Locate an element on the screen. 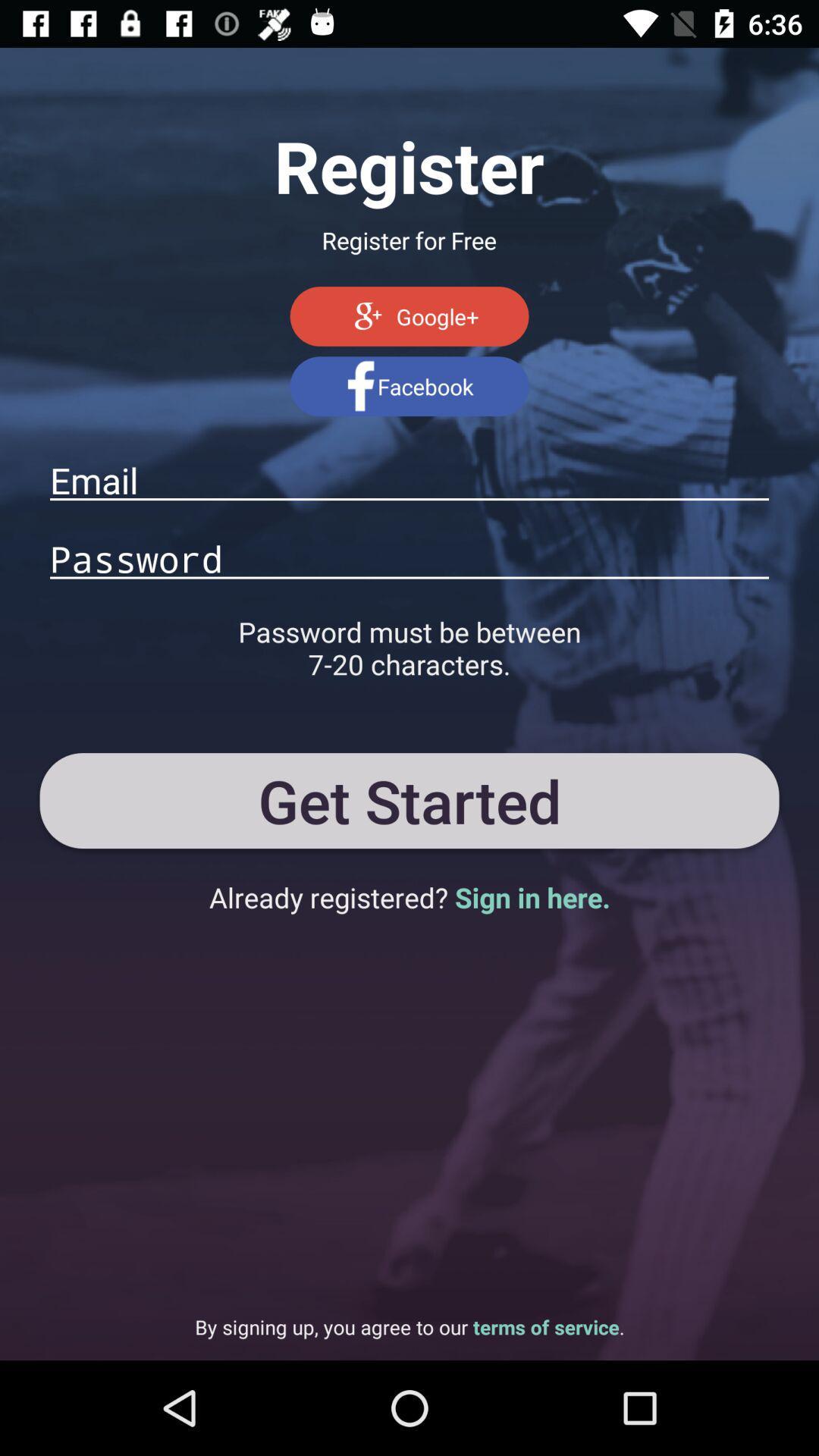  the icon above the already registered sign item is located at coordinates (409, 800).